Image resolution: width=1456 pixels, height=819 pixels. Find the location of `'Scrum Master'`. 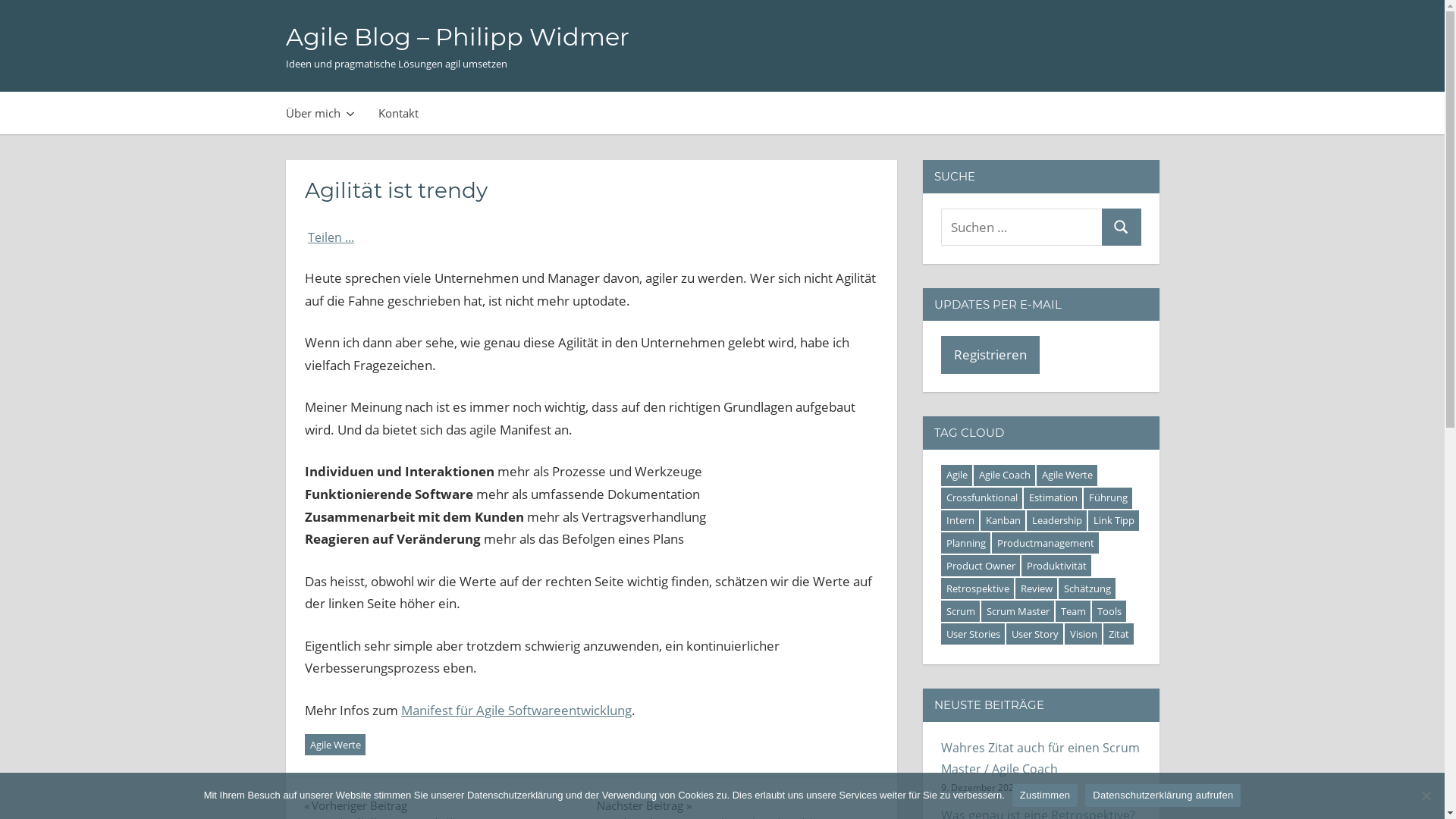

'Scrum Master' is located at coordinates (1018, 610).